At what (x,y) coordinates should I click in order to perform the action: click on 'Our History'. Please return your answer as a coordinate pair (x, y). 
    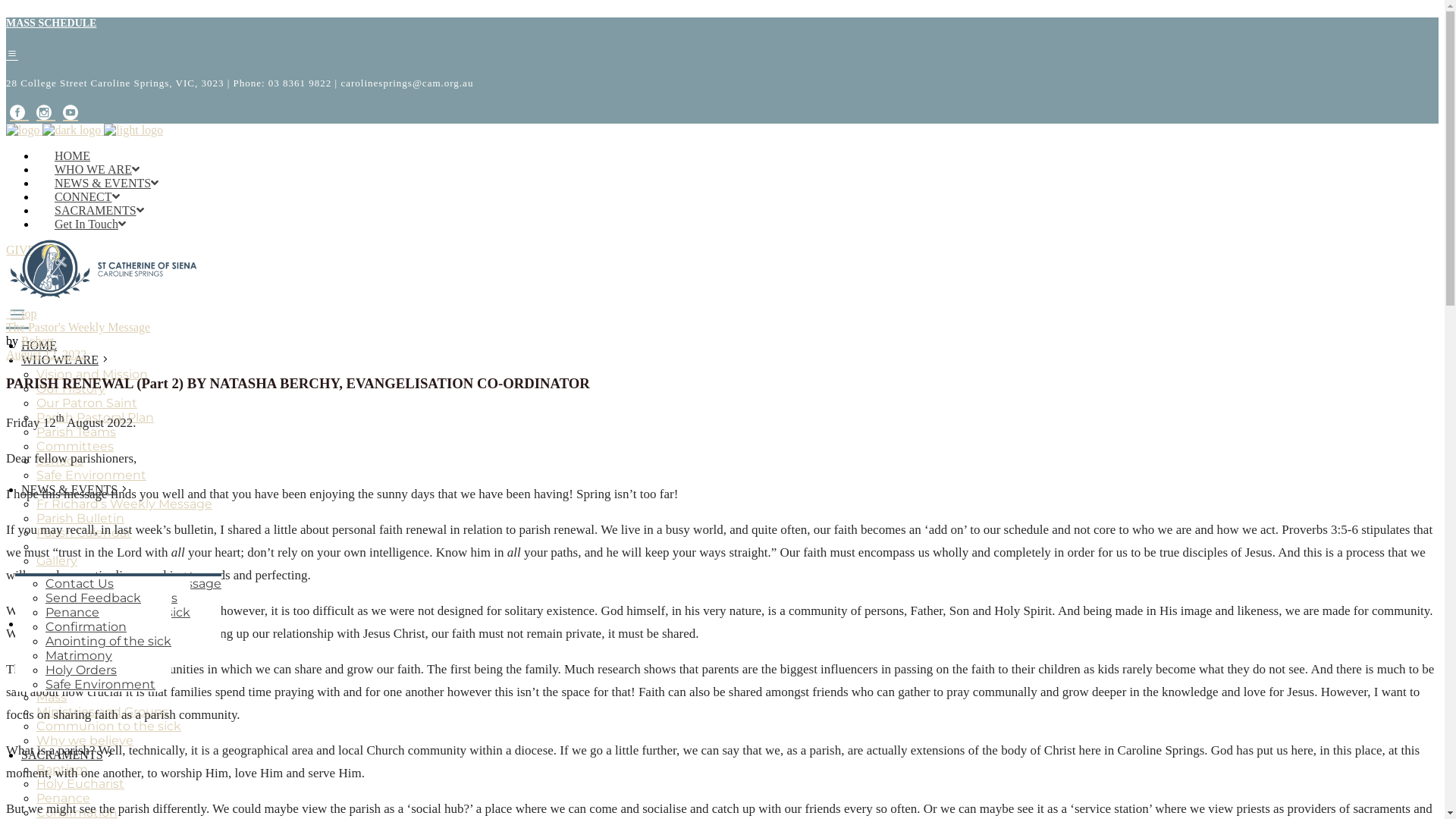
    Looking at the image, I should click on (70, 388).